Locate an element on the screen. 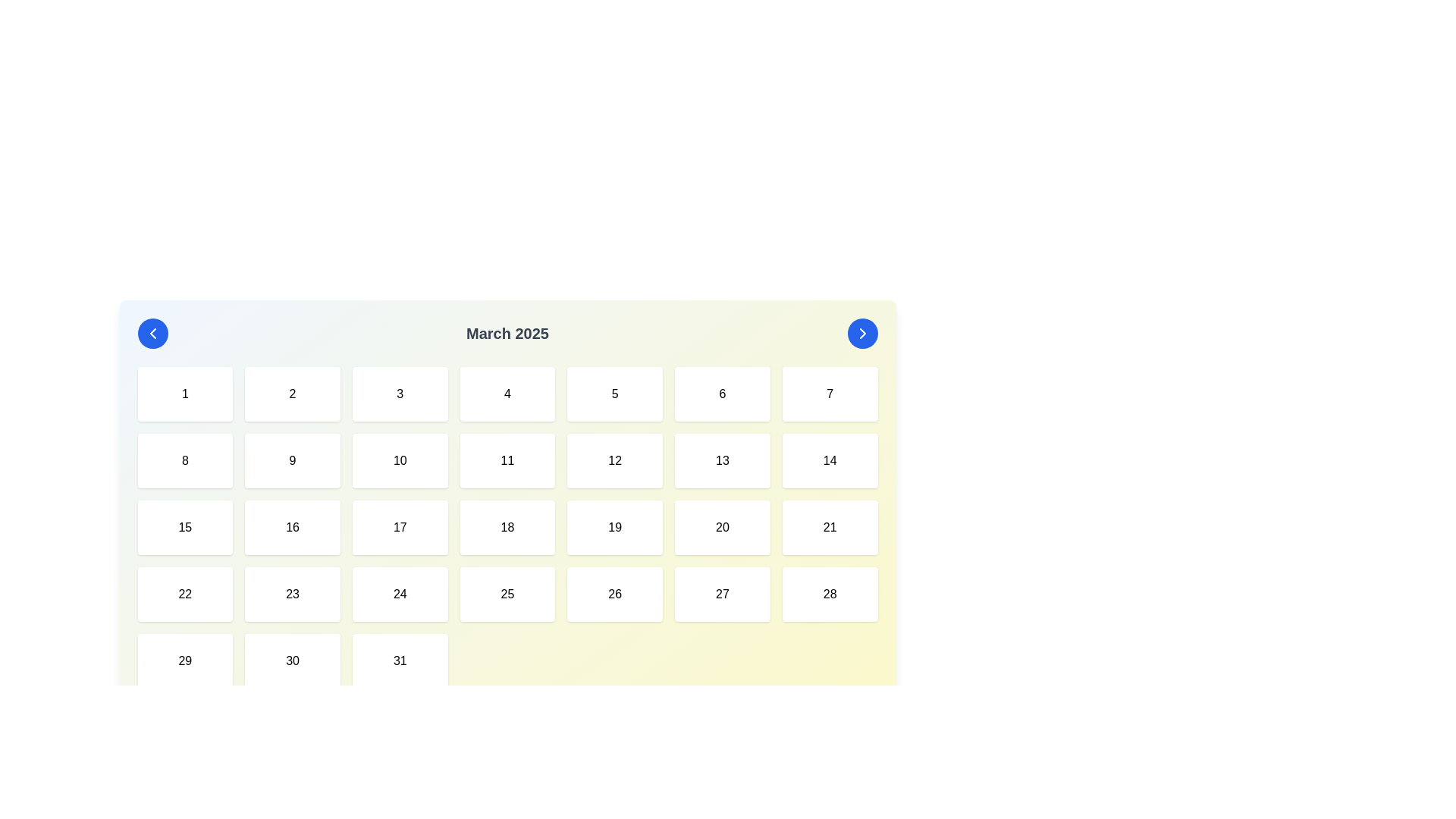 This screenshot has height=819, width=1456. the rectangular button displaying the number '30' with a white background and rounded corners, located in the last row and second column of the calendar grid is located at coordinates (293, 660).